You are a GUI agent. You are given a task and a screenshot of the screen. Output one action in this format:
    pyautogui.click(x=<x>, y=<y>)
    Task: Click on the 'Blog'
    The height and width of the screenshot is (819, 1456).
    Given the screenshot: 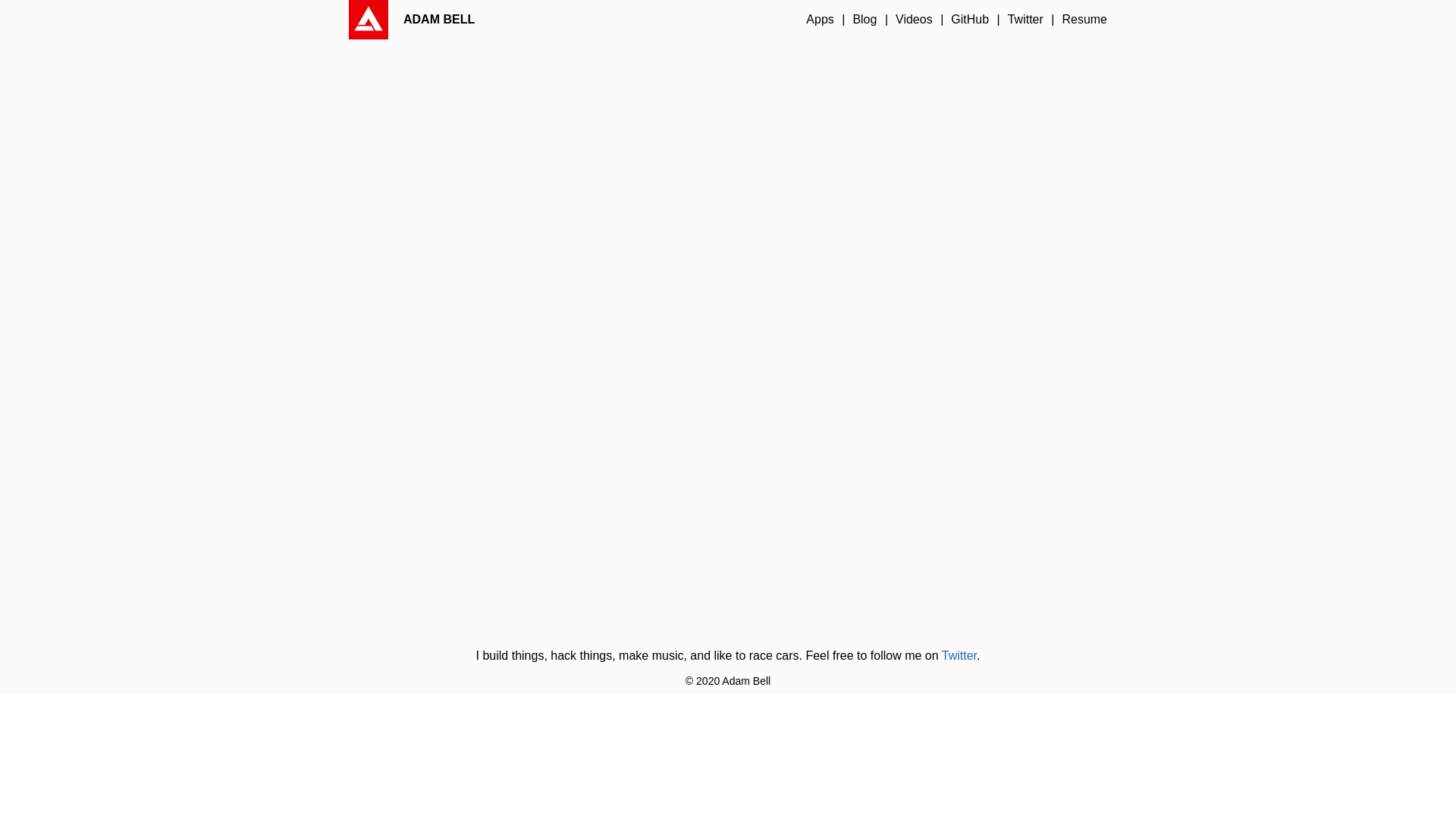 What is the action you would take?
    pyautogui.click(x=864, y=19)
    